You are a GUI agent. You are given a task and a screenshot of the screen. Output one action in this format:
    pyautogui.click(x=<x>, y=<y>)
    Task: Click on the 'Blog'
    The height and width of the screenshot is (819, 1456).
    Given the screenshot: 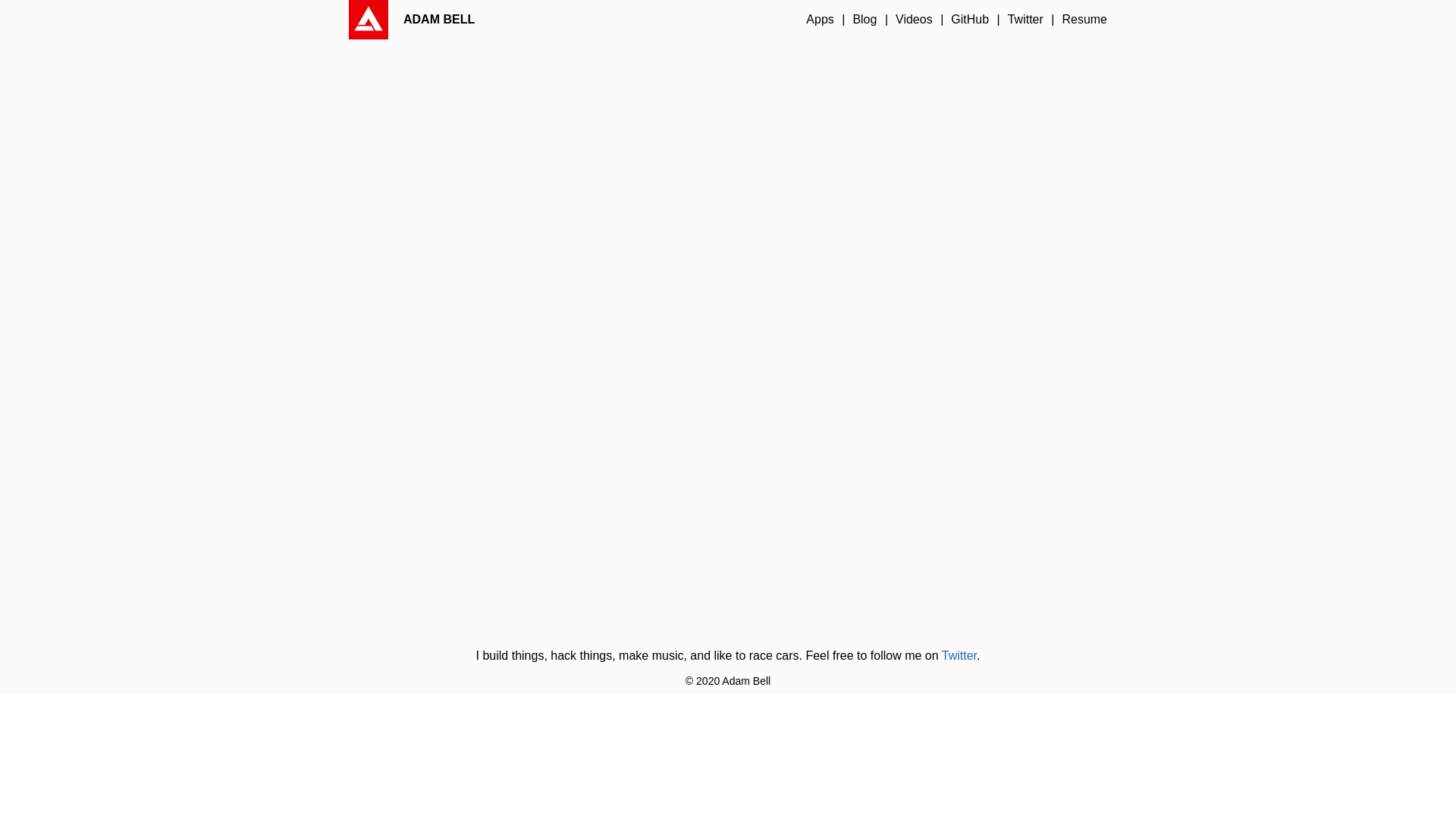 What is the action you would take?
    pyautogui.click(x=864, y=19)
    